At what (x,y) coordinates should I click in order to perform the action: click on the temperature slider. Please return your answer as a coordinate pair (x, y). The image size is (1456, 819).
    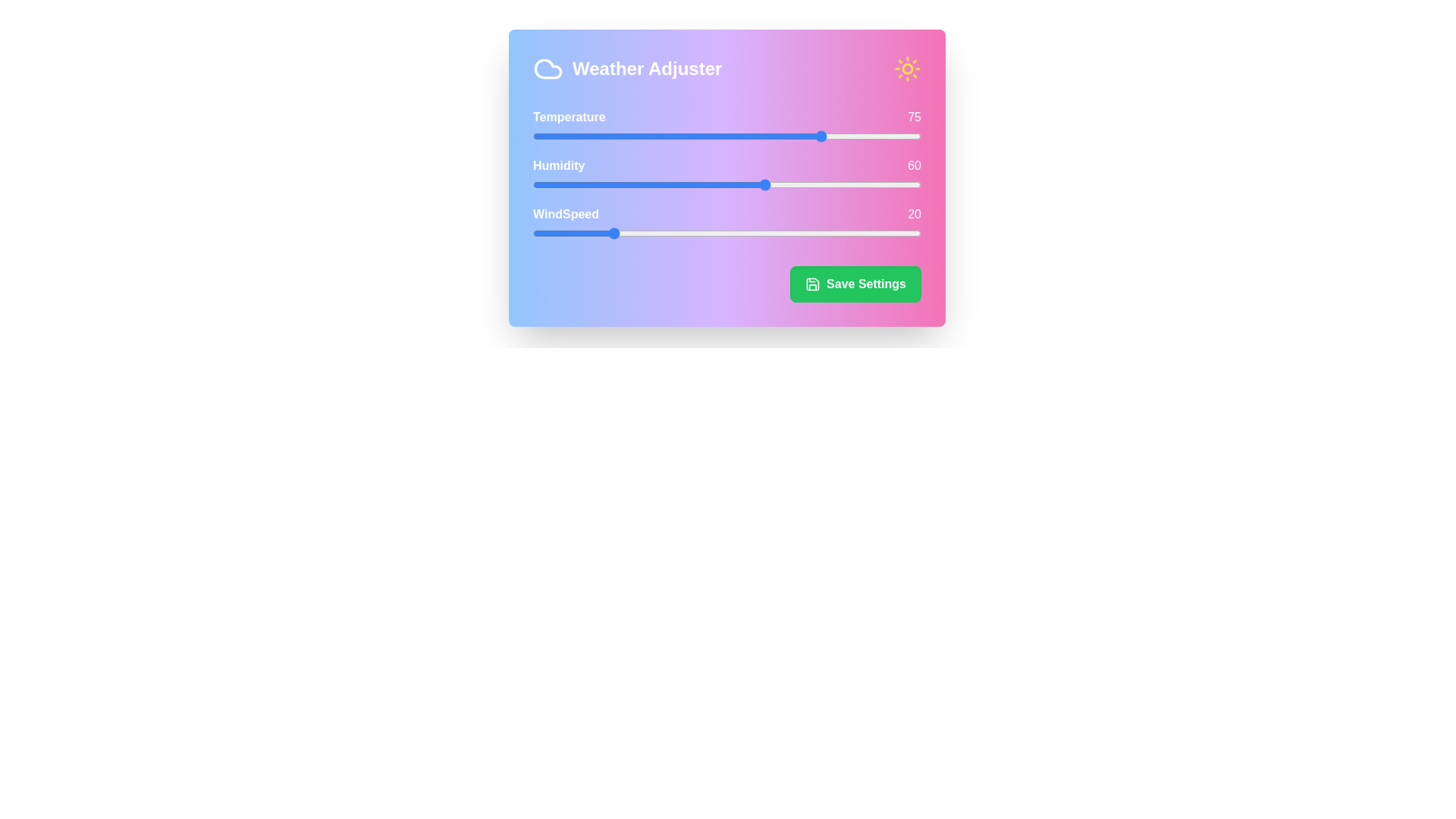
    Looking at the image, I should click on (551, 136).